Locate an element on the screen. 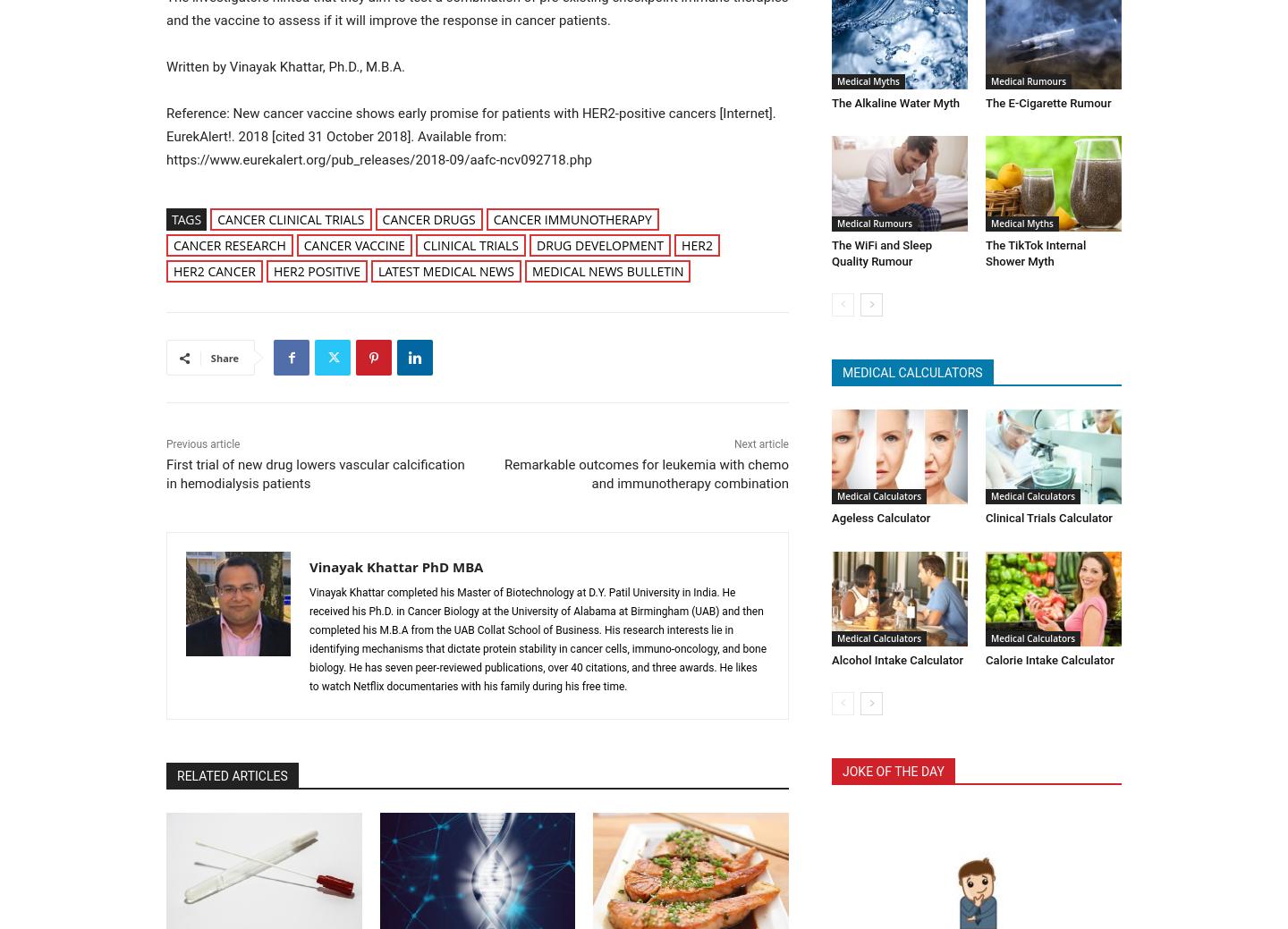 The width and height of the screenshot is (1288, 929). 'Tags' is located at coordinates (186, 219).